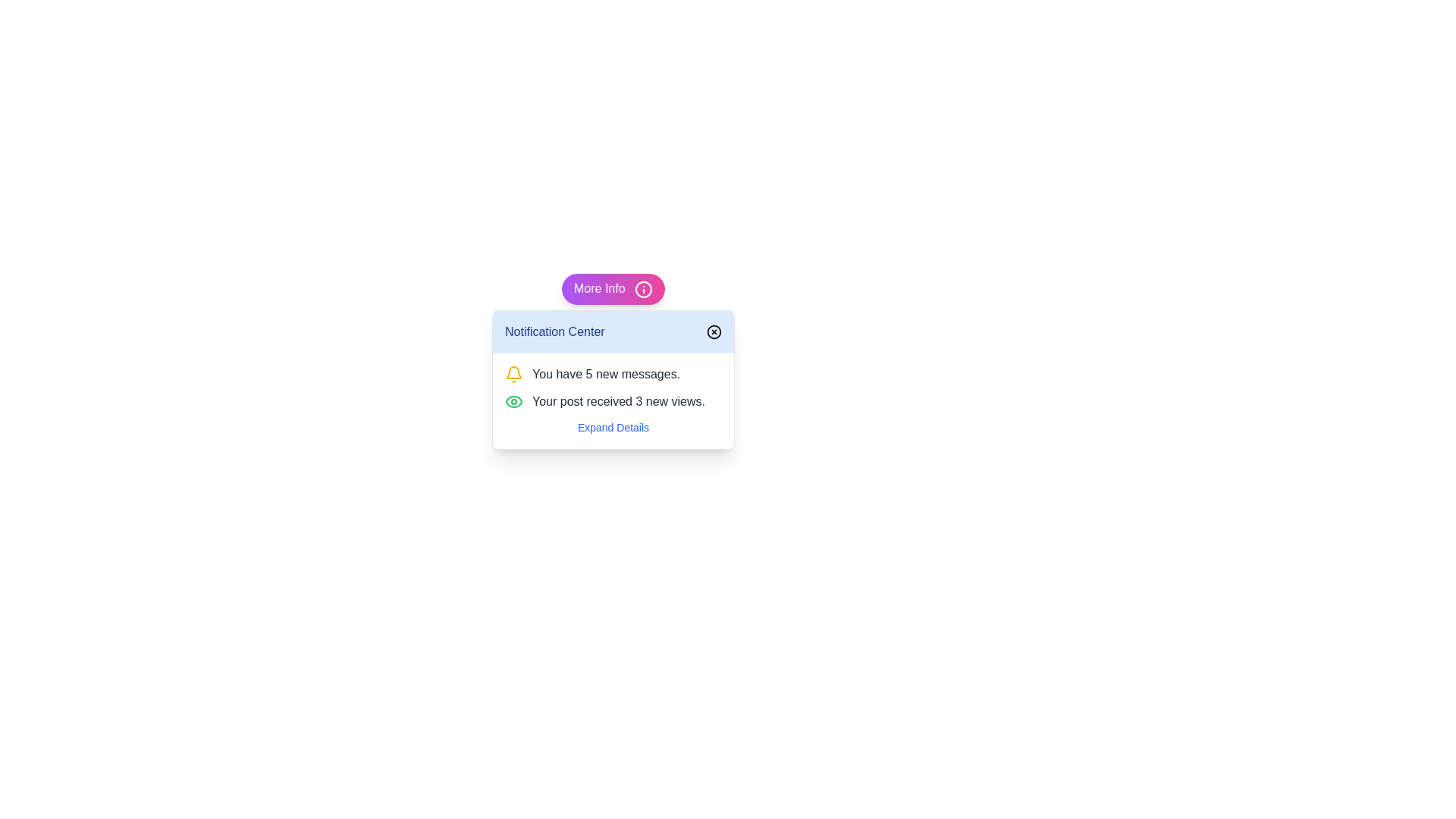 Image resolution: width=1456 pixels, height=819 pixels. What do you see at coordinates (713, 331) in the screenshot?
I see `the blue and white circular icon with a crossed-out design located at the top-right corner of the Notification Center header` at bounding box center [713, 331].